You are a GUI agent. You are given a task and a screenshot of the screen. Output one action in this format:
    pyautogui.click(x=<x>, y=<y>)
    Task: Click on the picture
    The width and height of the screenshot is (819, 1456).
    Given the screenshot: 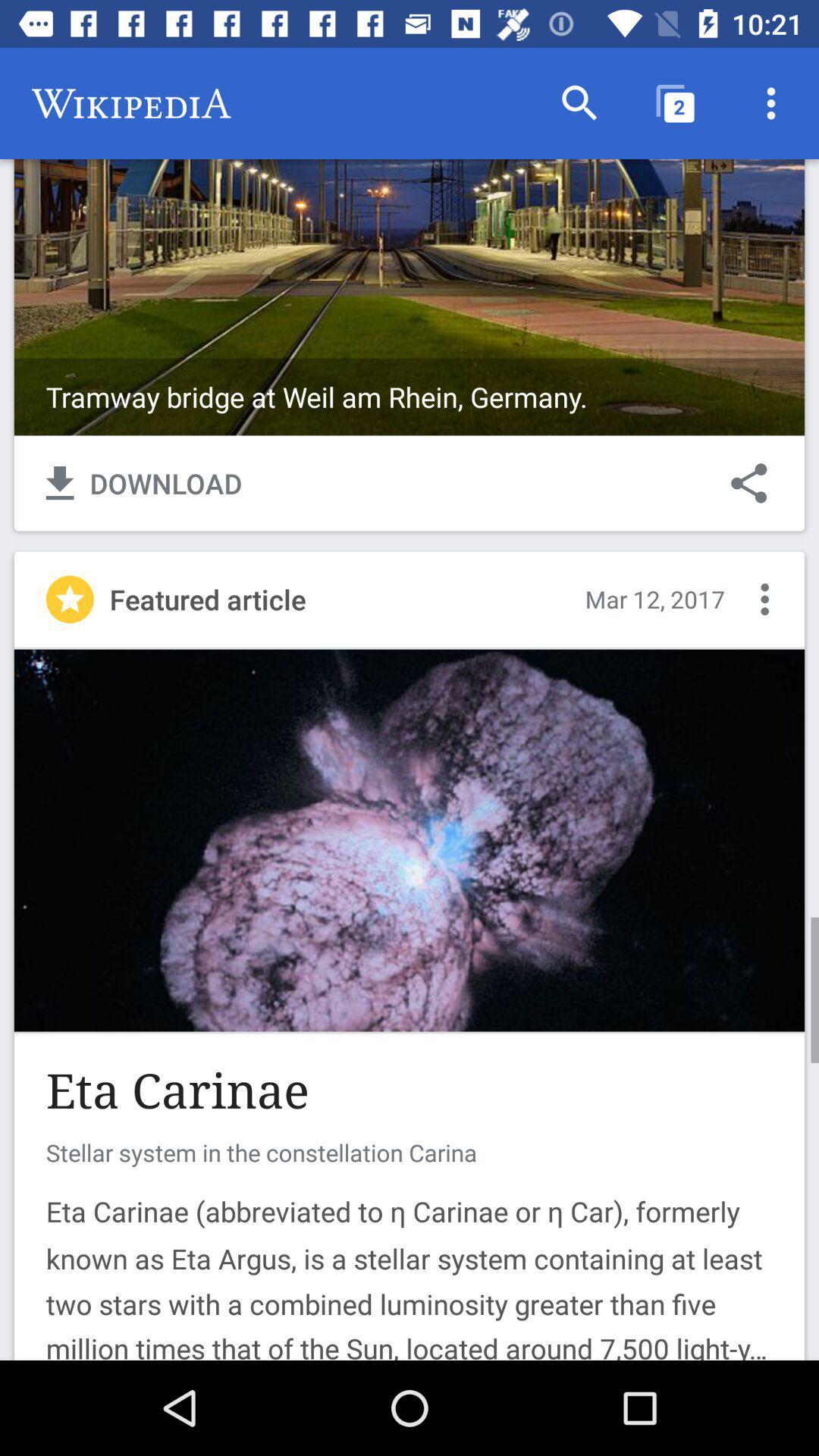 What is the action you would take?
    pyautogui.click(x=409, y=839)
    